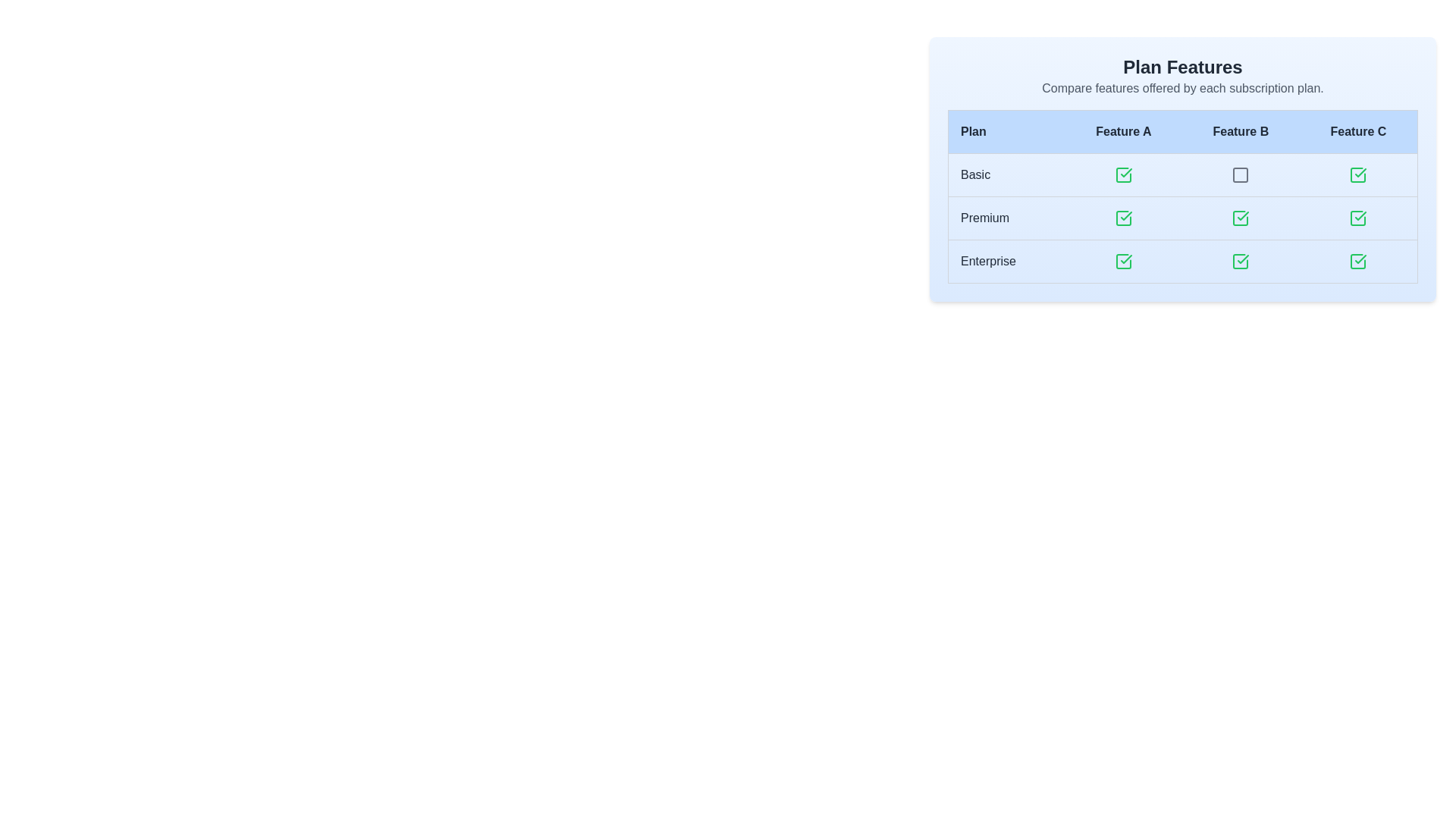  Describe the element at coordinates (1358, 174) in the screenshot. I see `the green checkmark icon located in the last cell of the first row under the 'Feature C' column` at that location.